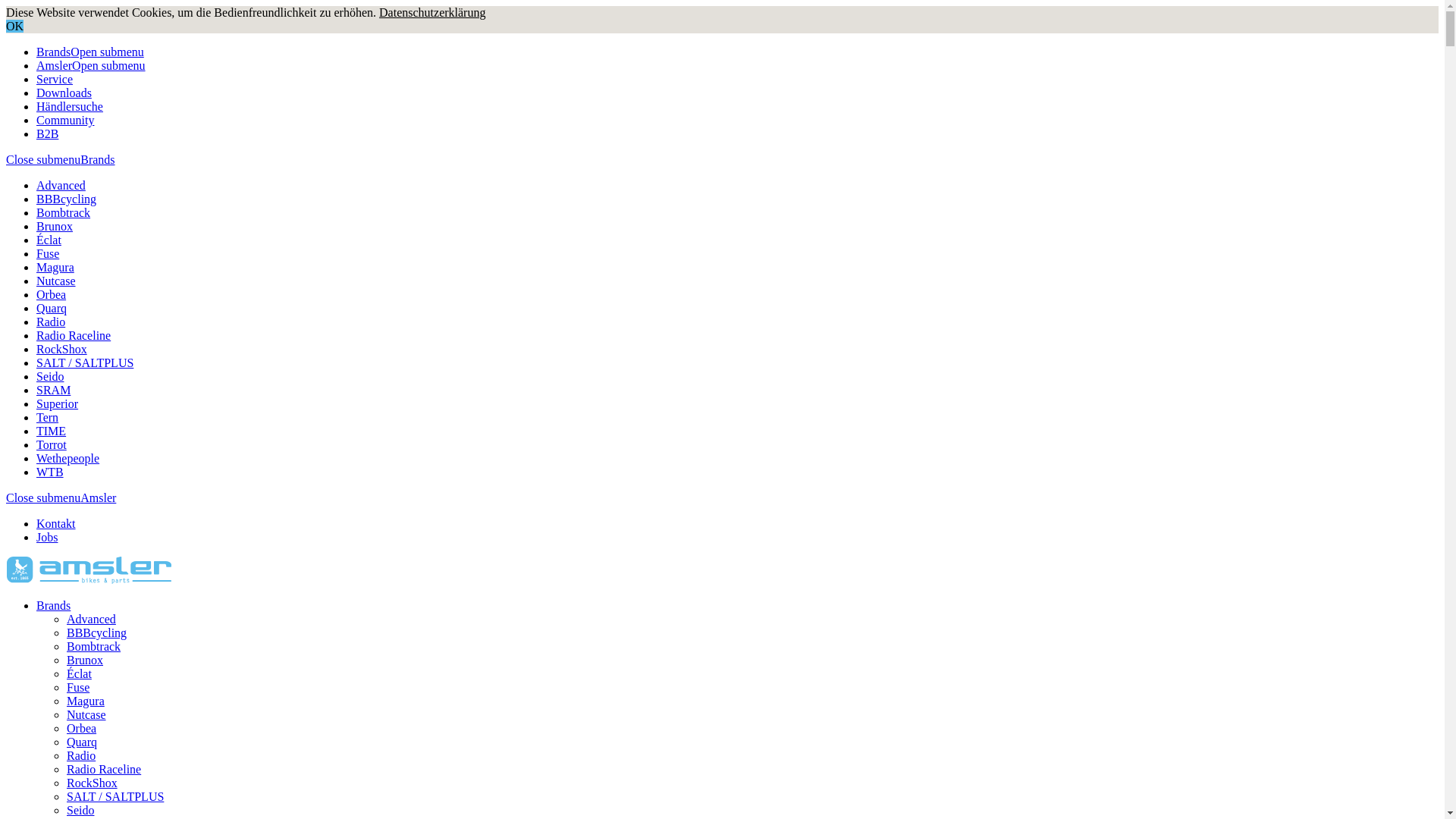  I want to click on 'SALT / SALTPLUS', so click(83, 362).